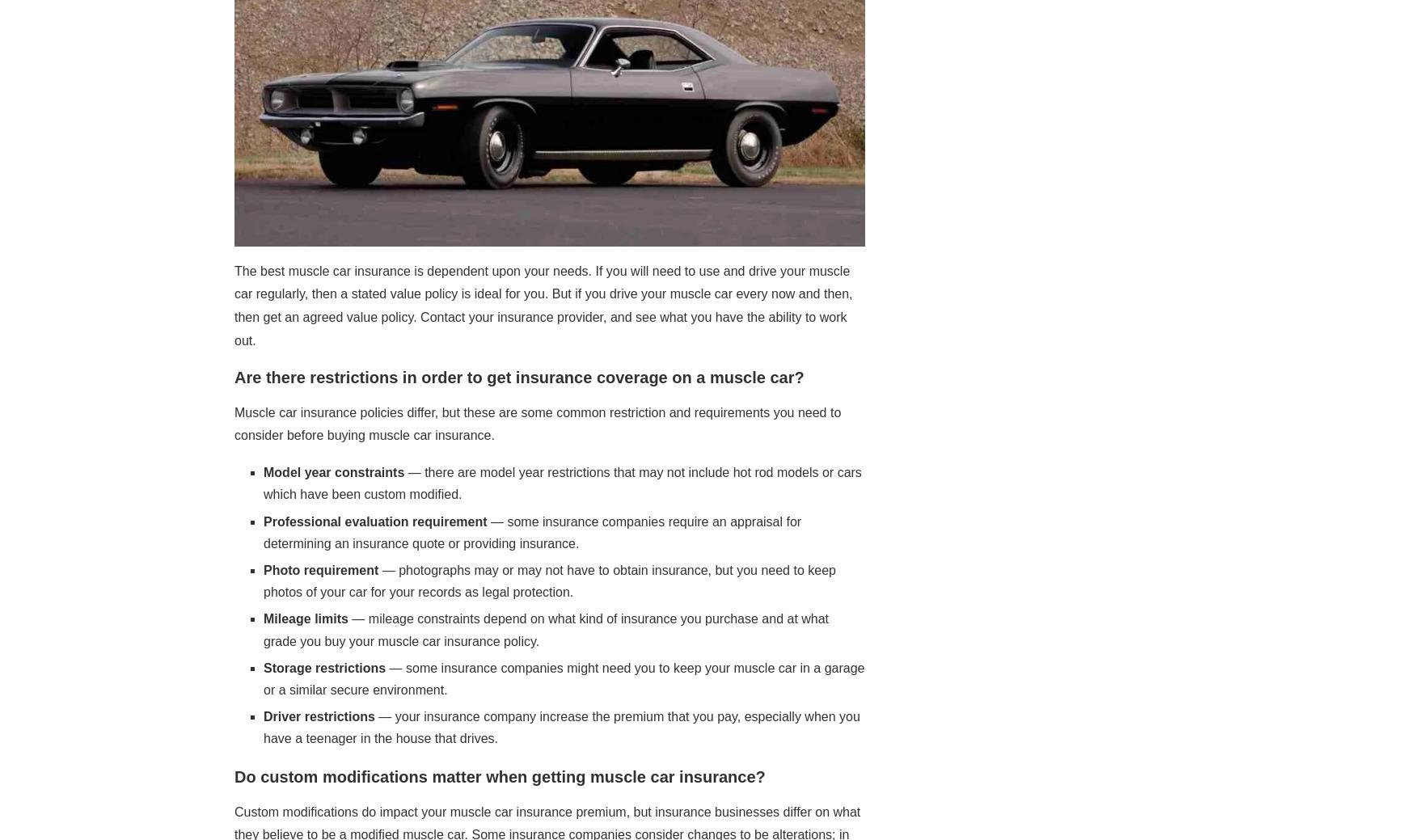 Image resolution: width=1415 pixels, height=840 pixels. Describe the element at coordinates (264, 618) in the screenshot. I see `'Mileage limits'` at that location.